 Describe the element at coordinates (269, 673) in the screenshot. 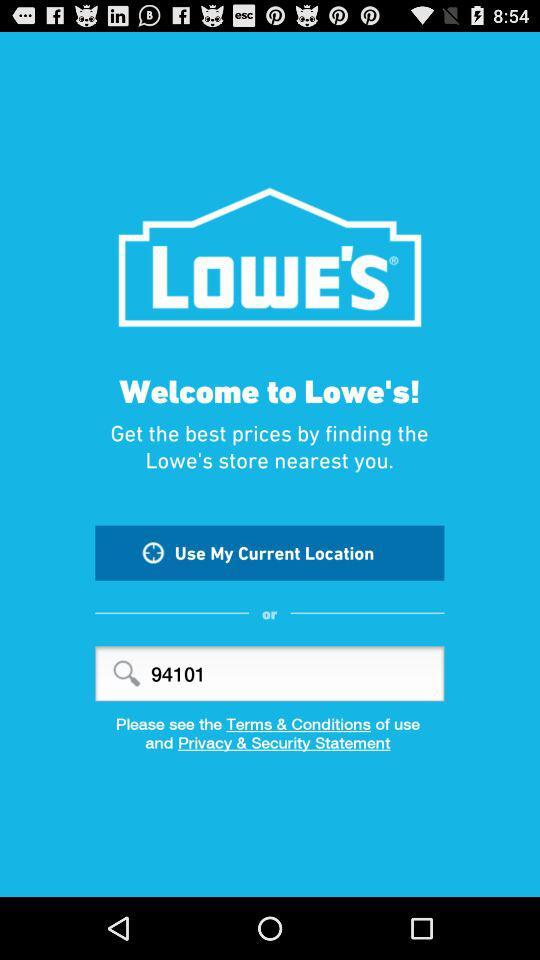

I see `the 94101 icon` at that location.